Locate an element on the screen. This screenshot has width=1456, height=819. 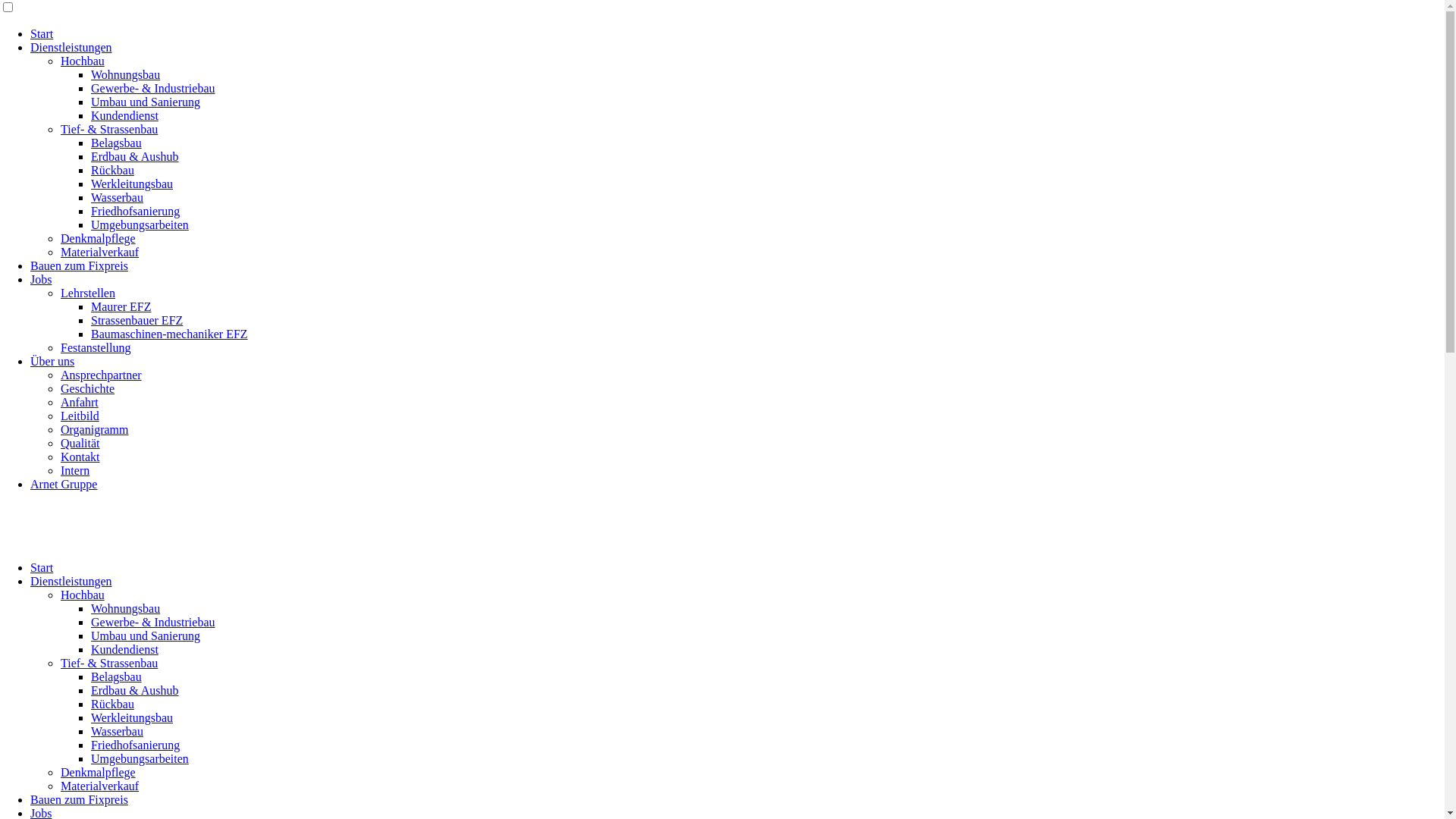
'Geschichte' is located at coordinates (86, 388).